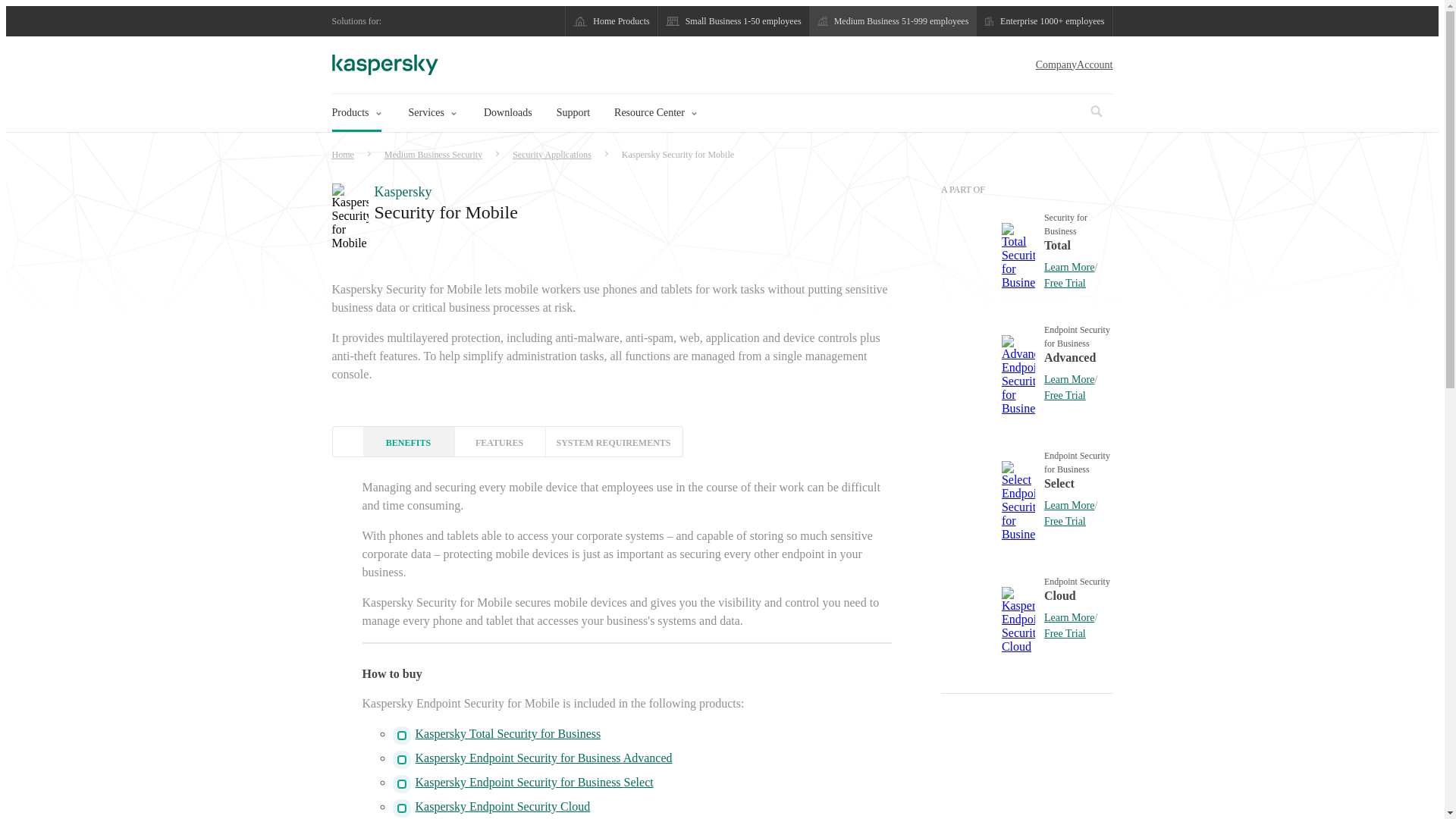  Describe the element at coordinates (572, 112) in the screenshot. I see `'Support'` at that location.